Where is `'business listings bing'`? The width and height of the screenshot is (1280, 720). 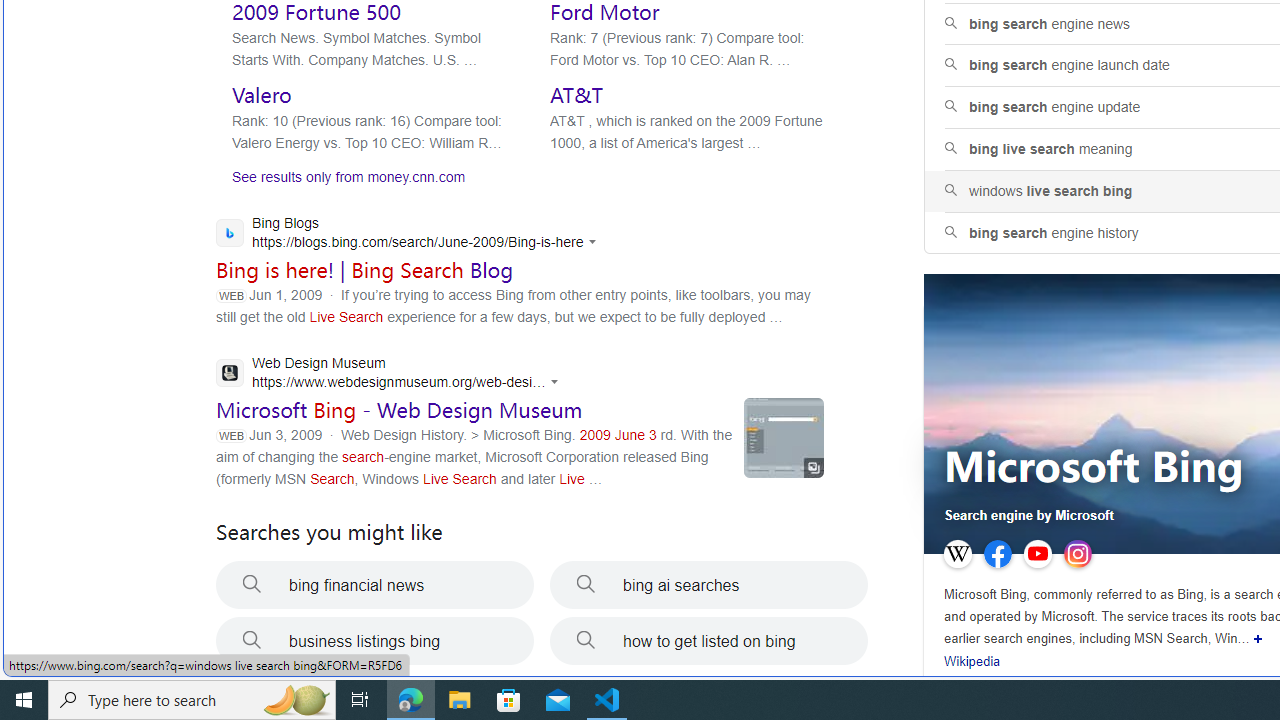
'business listings bing' is located at coordinates (375, 641).